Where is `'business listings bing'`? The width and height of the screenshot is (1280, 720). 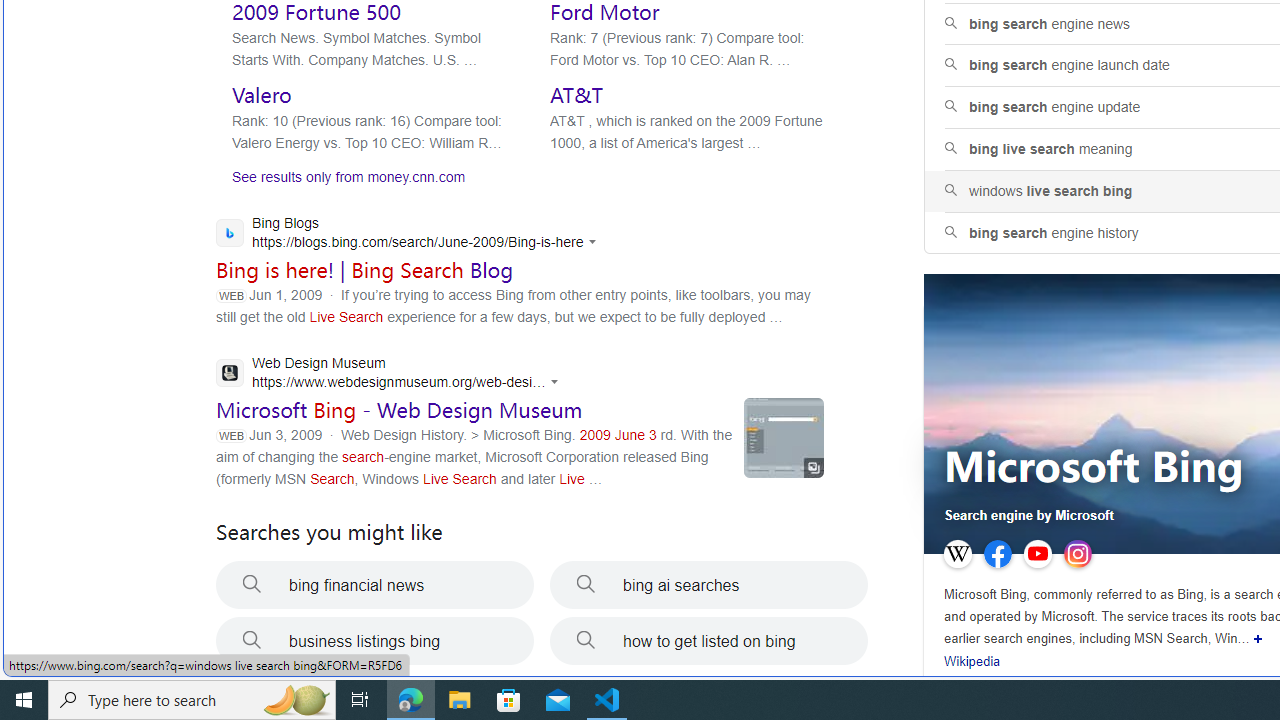
'business listings bing' is located at coordinates (375, 641).